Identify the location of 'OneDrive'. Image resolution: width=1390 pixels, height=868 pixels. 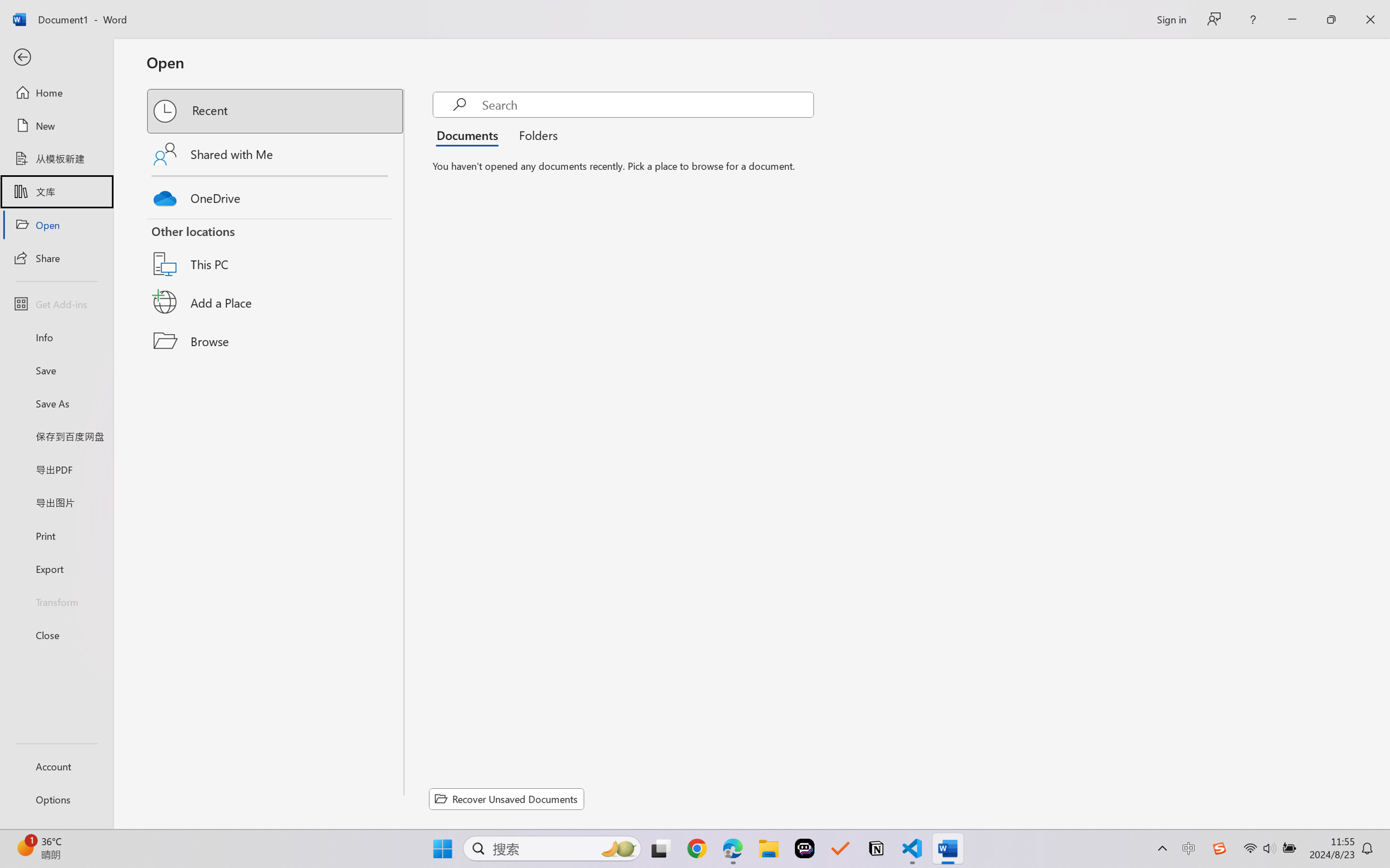
(276, 195).